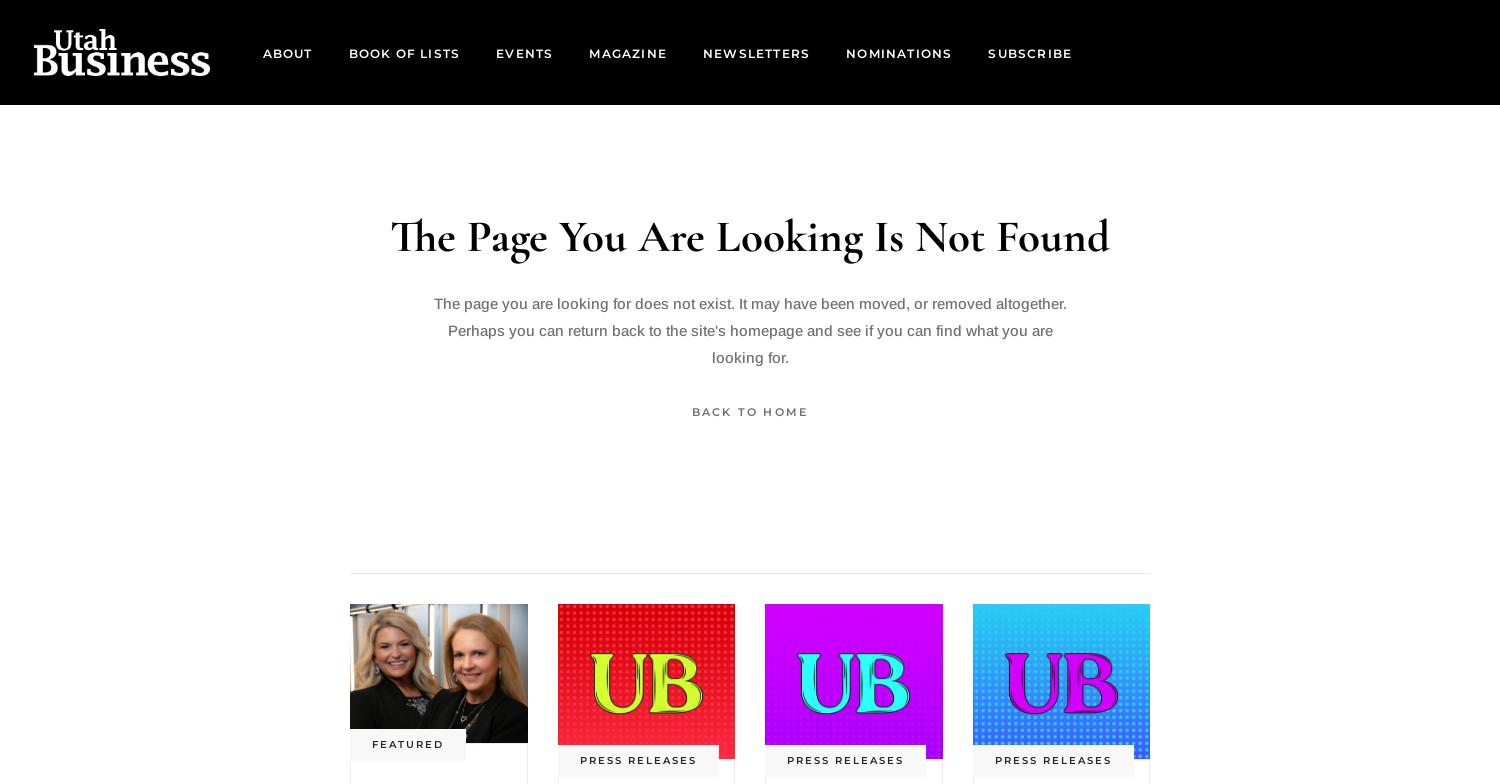  I want to click on 'Subscribe', so click(1030, 52).